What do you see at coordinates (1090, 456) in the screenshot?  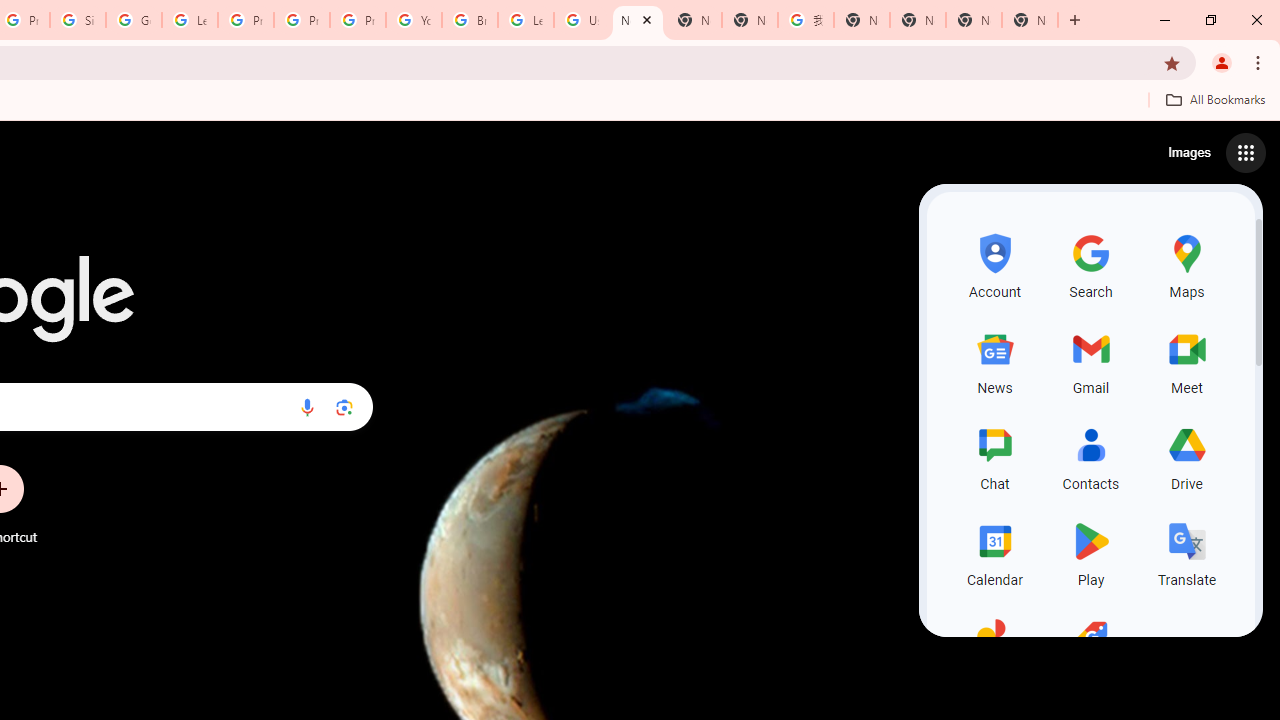 I see `'Contacts, row 3 of 5 and column 2 of 3 in the first section'` at bounding box center [1090, 456].